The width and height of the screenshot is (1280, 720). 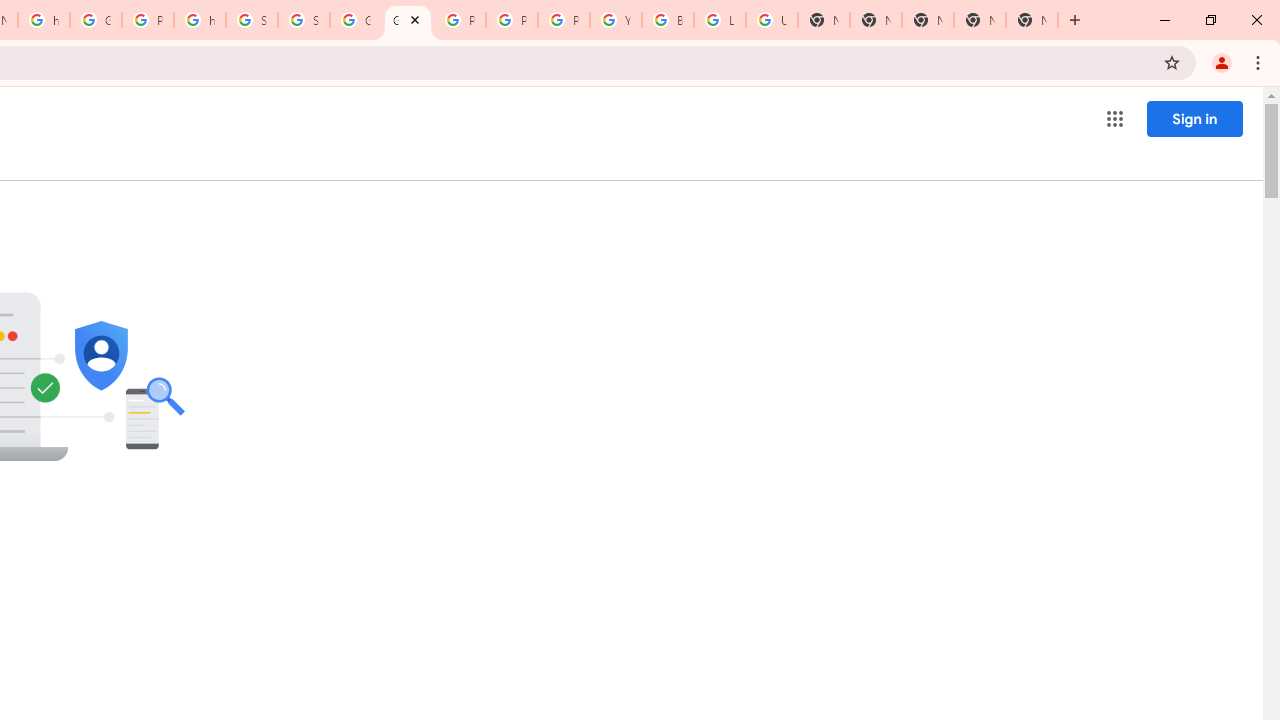 What do you see at coordinates (251, 20) in the screenshot?
I see `'Sign in - Google Accounts'` at bounding box center [251, 20].